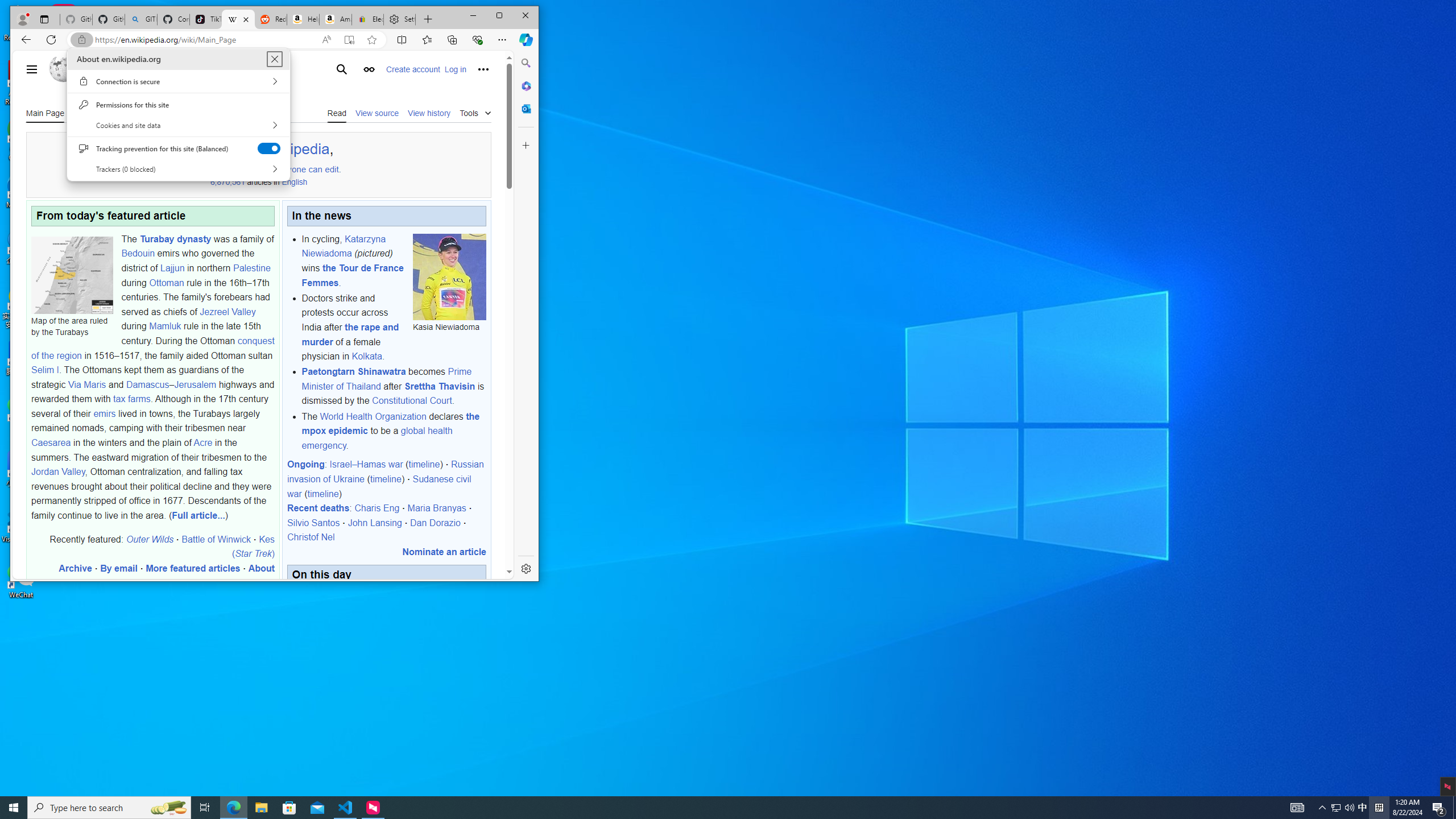 This screenshot has height=819, width=1456. I want to click on 'Kes (Star Trek)', so click(253, 547).